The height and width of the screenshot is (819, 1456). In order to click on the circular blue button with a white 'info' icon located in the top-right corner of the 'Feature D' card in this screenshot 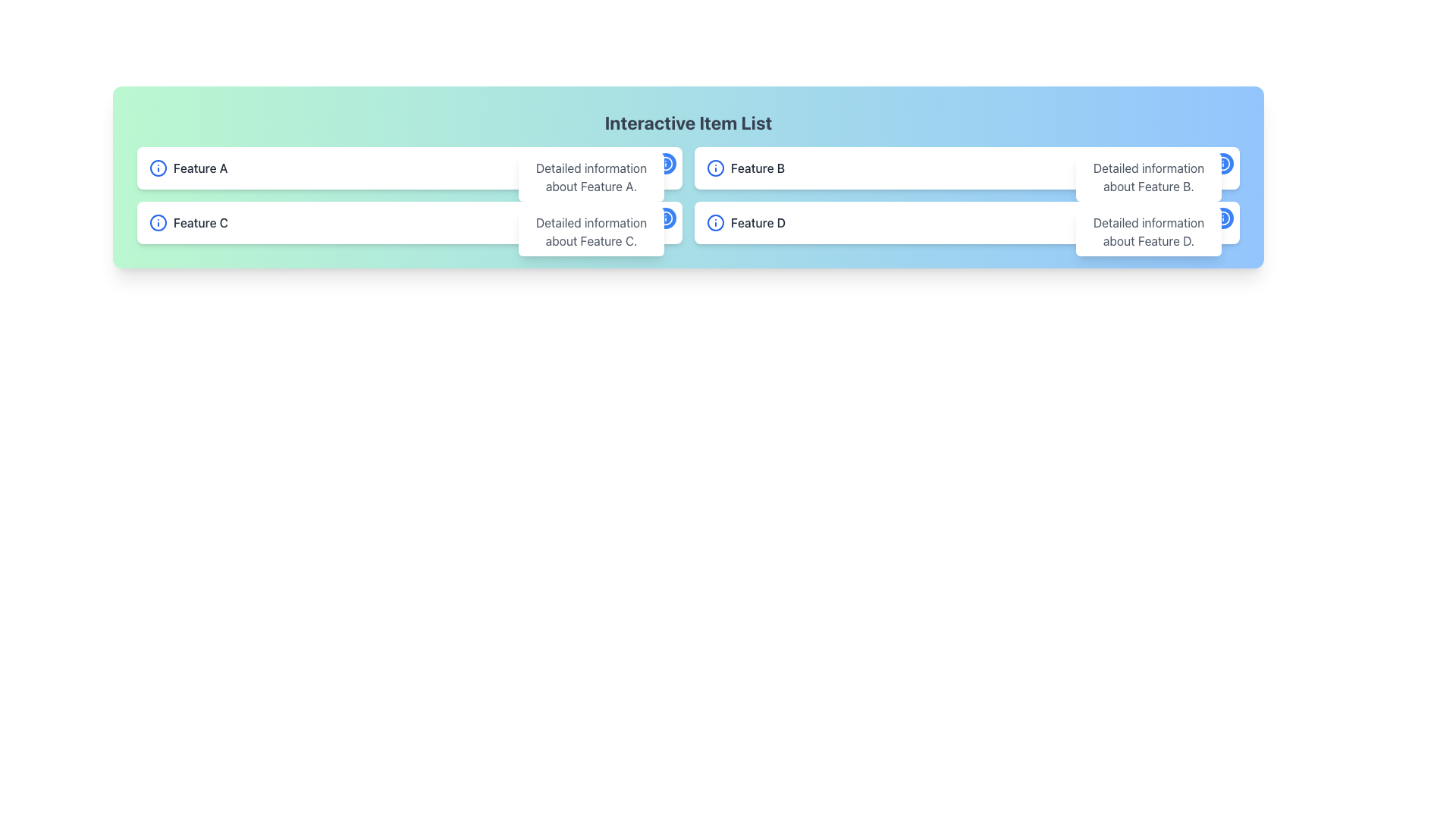, I will do `click(1222, 218)`.